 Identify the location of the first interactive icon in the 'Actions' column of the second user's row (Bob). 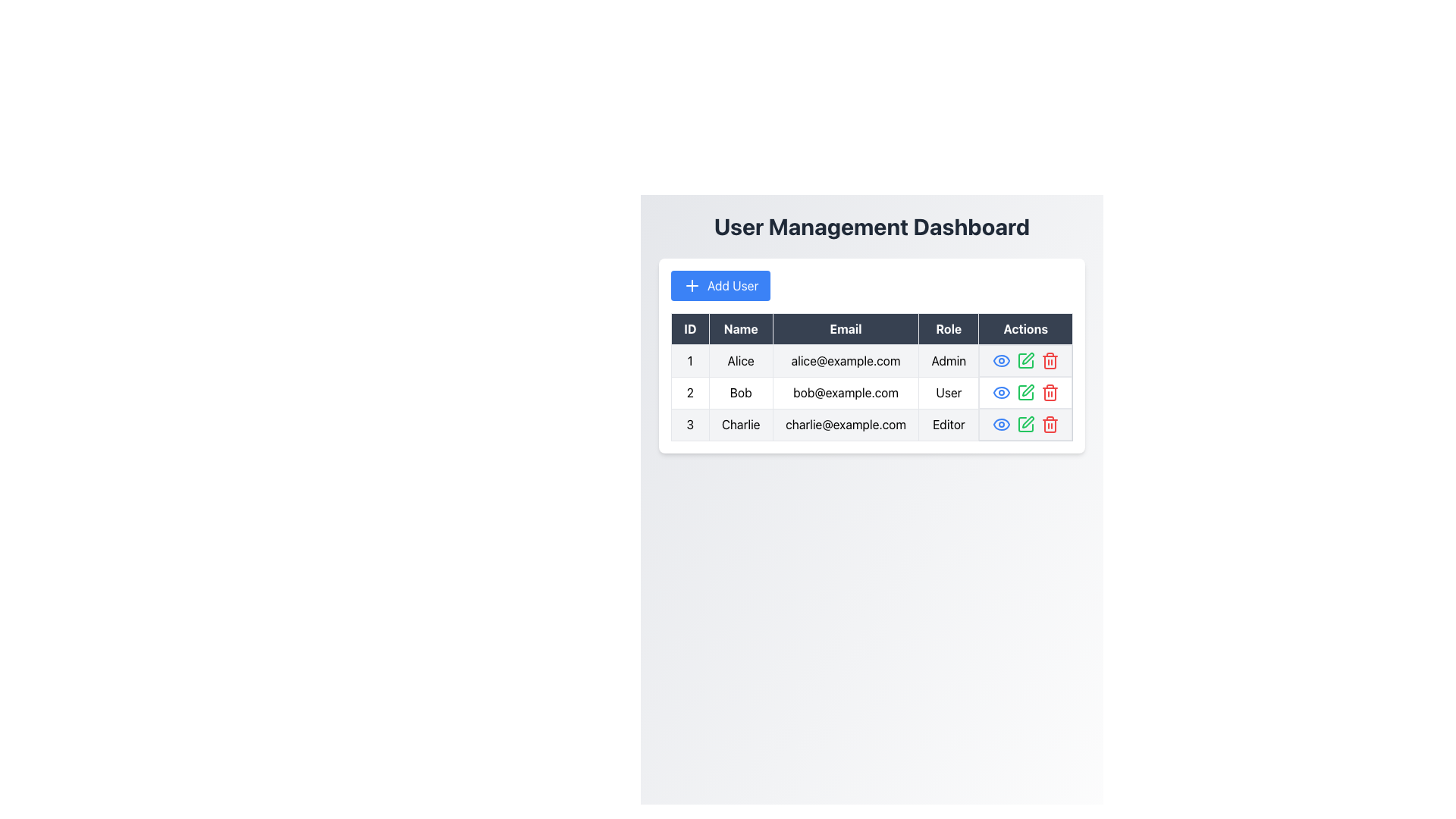
(1001, 391).